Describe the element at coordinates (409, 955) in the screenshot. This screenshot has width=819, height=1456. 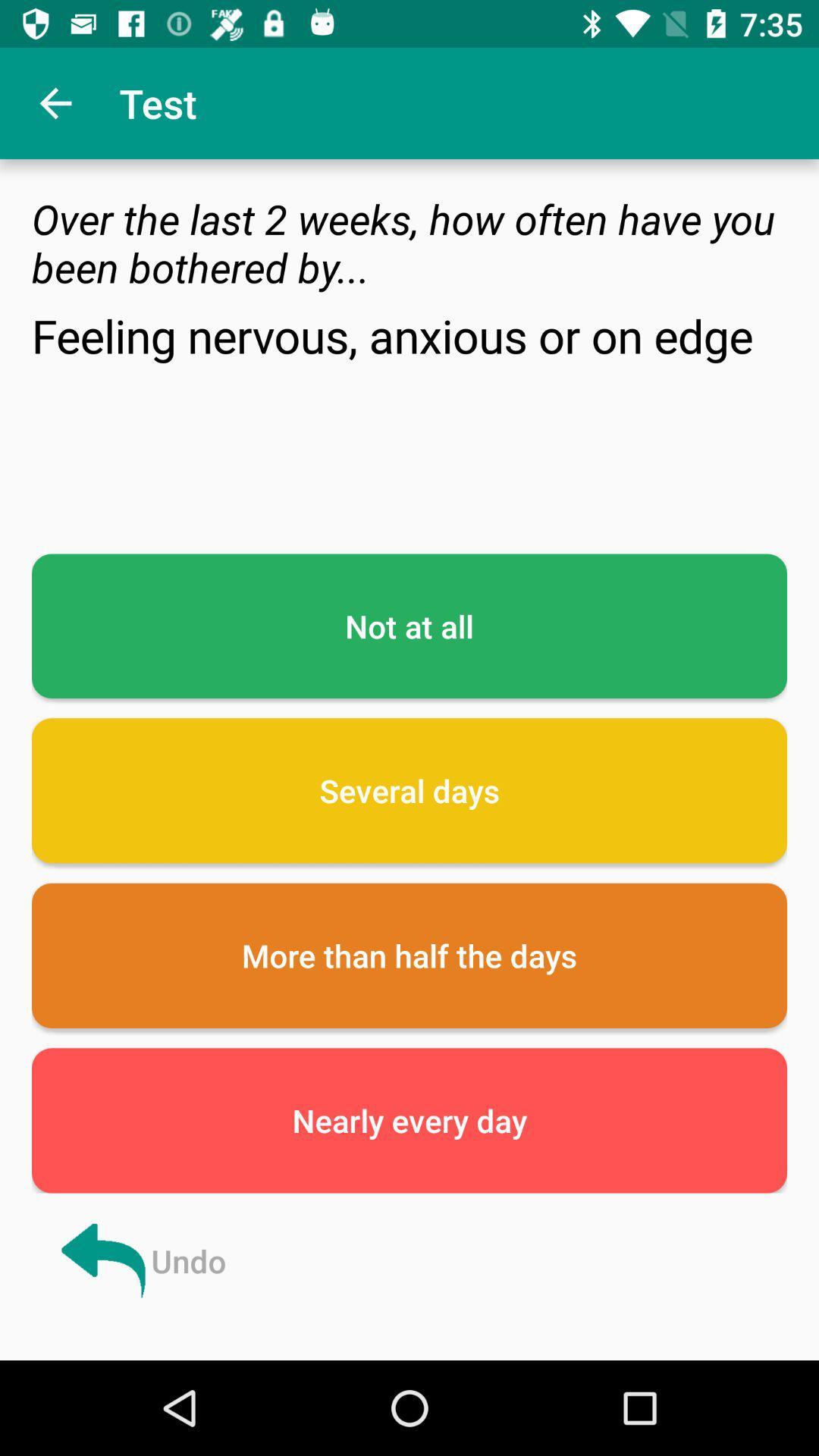
I see `the more than half` at that location.